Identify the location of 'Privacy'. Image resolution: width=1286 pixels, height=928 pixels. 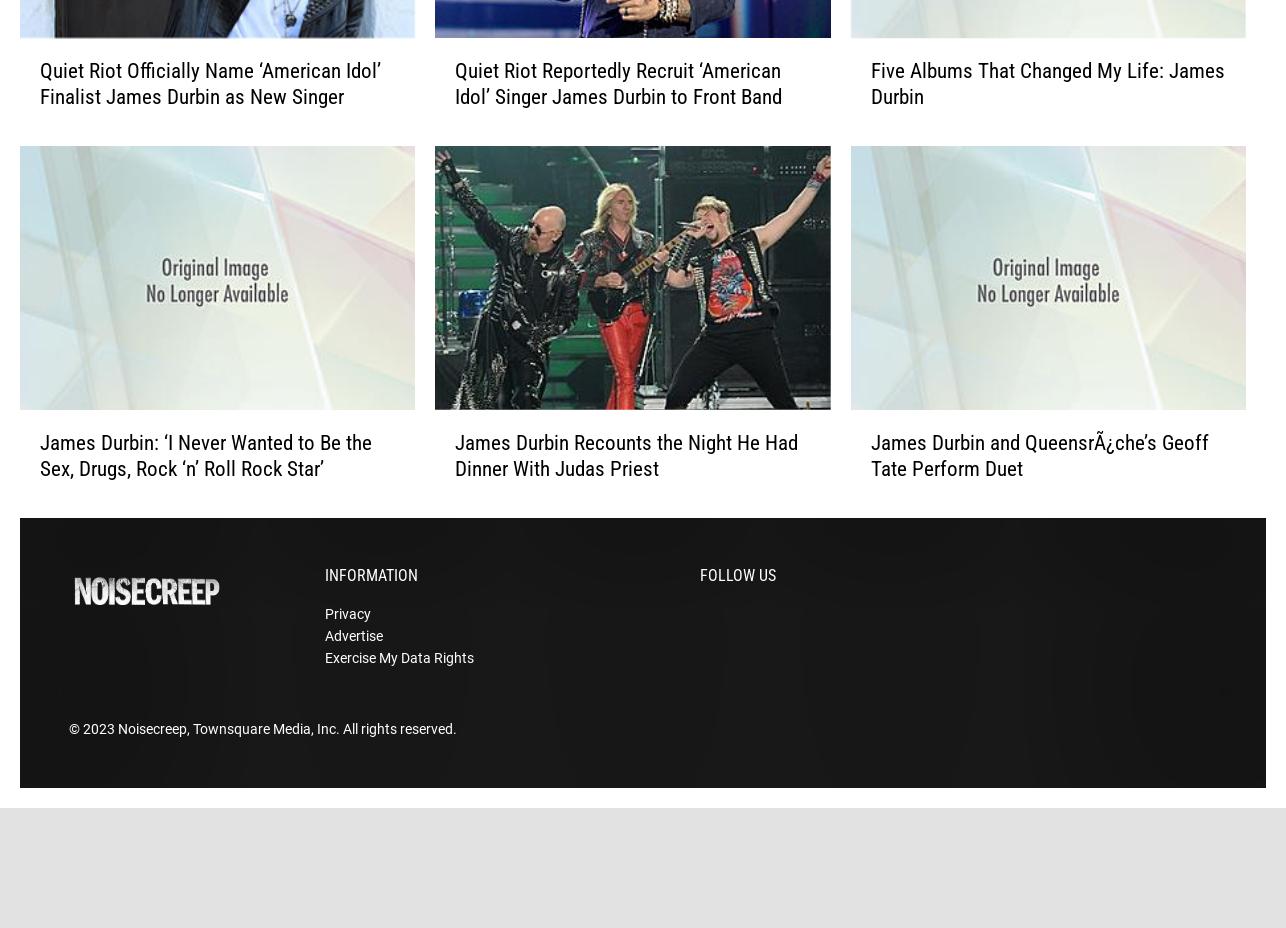
(323, 644).